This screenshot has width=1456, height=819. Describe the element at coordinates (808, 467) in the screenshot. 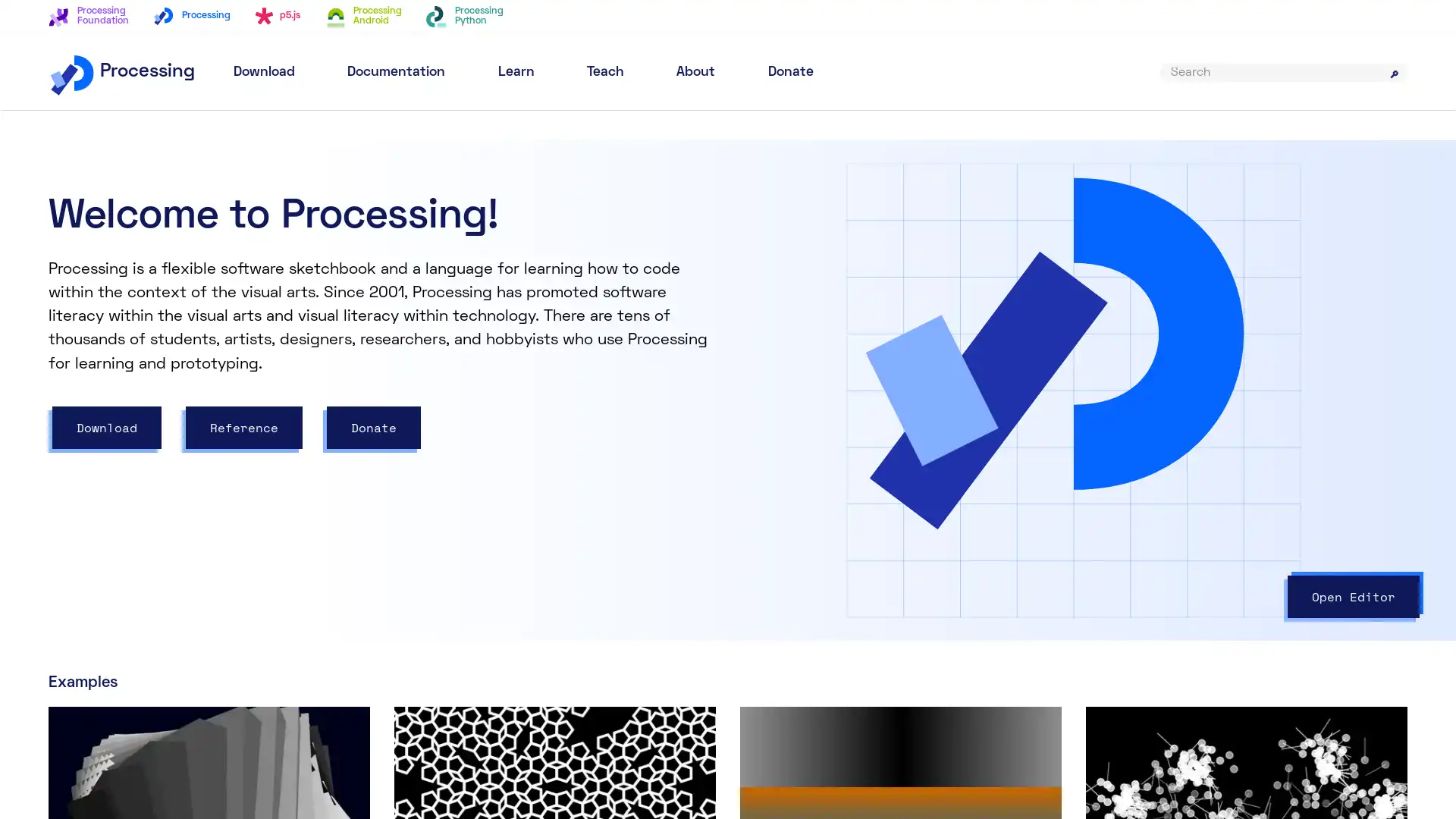

I see `change position` at that location.